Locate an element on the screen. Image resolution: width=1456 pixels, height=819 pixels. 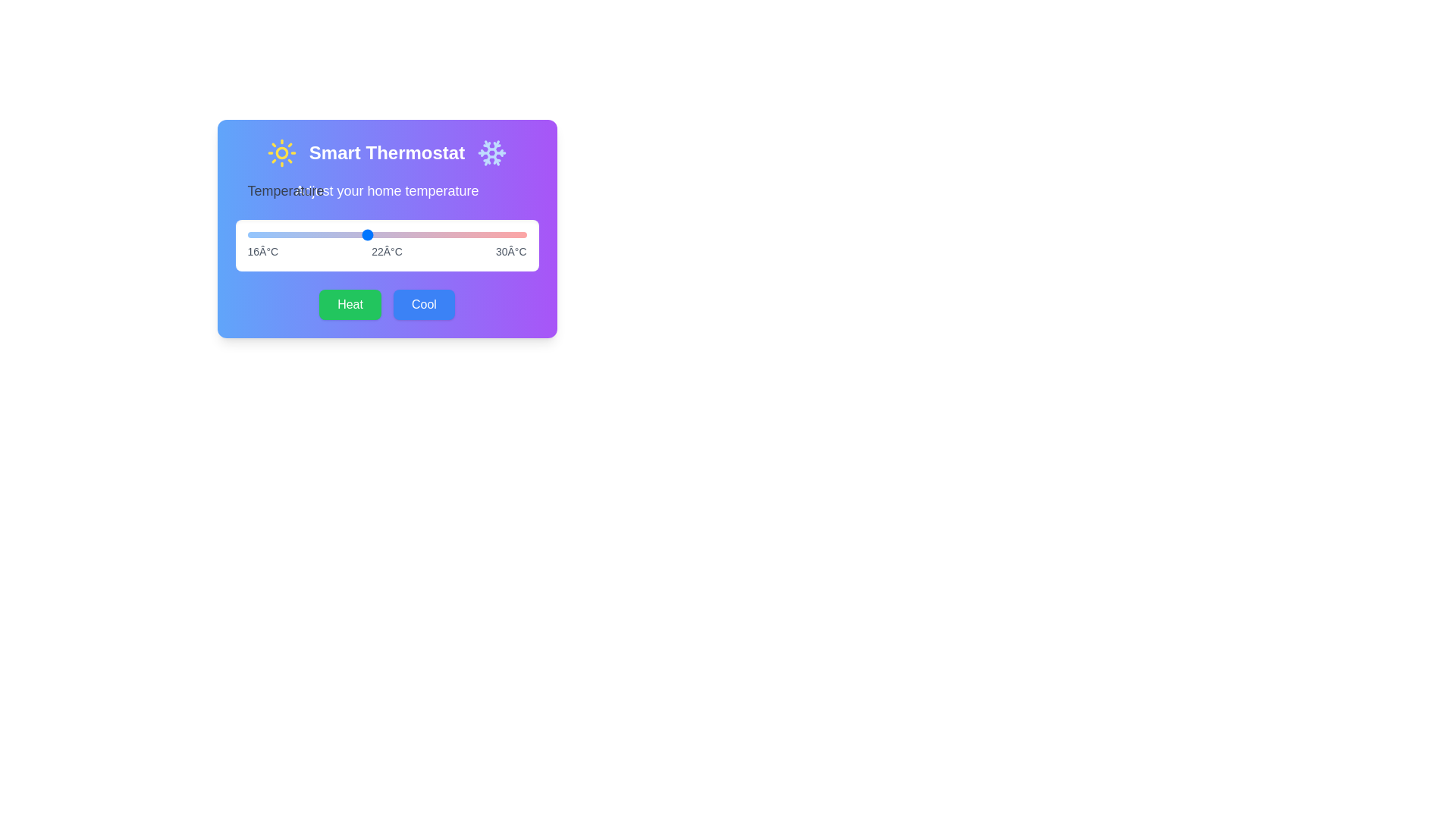
the temperature slider to 18 degrees Celsius is located at coordinates (287, 234).